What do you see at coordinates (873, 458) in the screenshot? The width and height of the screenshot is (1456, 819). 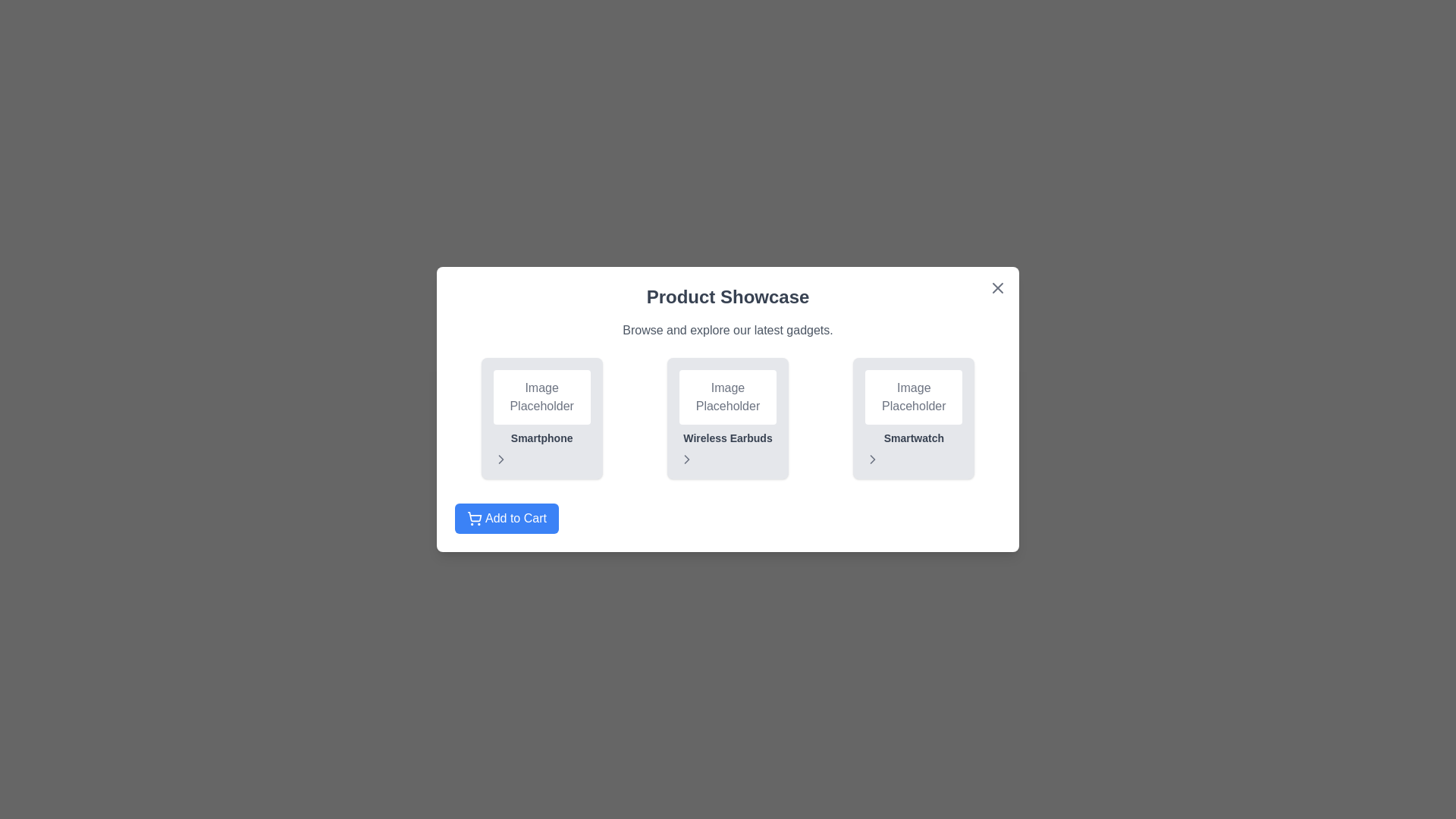 I see `the right-chevron icon located below the 'Smartwatch' text` at bounding box center [873, 458].